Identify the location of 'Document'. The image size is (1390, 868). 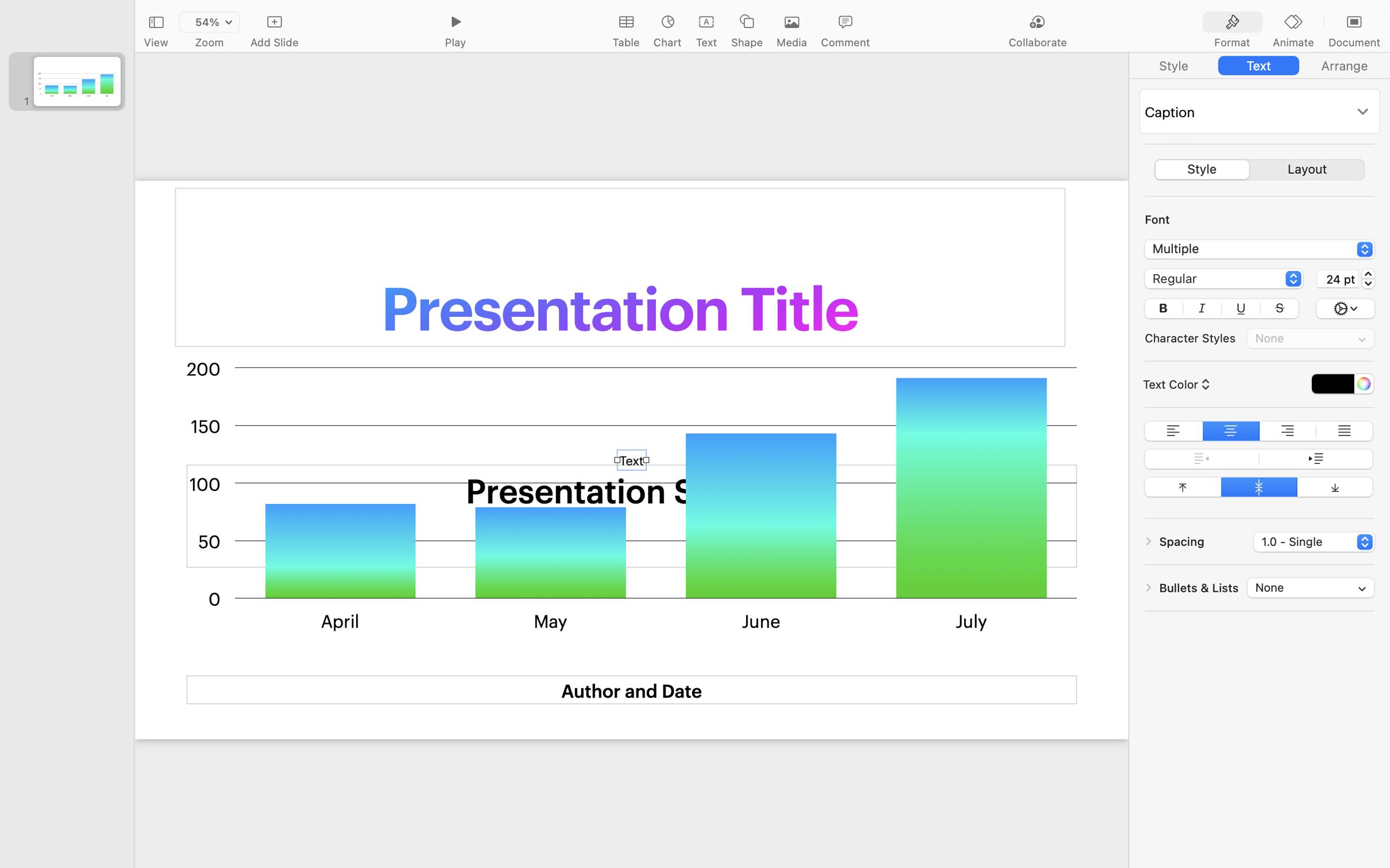
(1353, 42).